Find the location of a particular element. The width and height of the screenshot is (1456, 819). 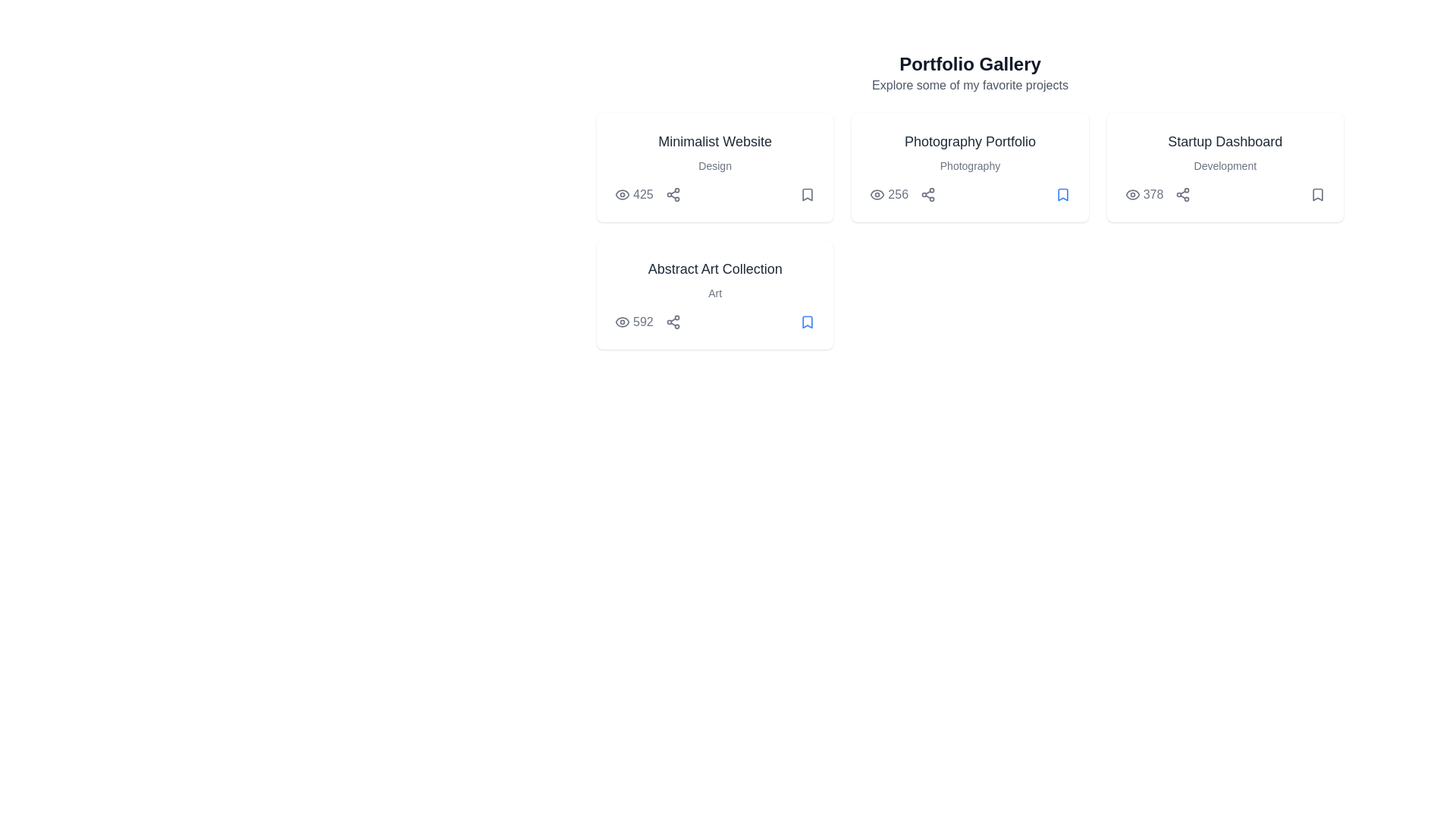

the text label that reads 'Photography', which is colored gray and located below the main title 'Photography Portfolio' is located at coordinates (969, 166).